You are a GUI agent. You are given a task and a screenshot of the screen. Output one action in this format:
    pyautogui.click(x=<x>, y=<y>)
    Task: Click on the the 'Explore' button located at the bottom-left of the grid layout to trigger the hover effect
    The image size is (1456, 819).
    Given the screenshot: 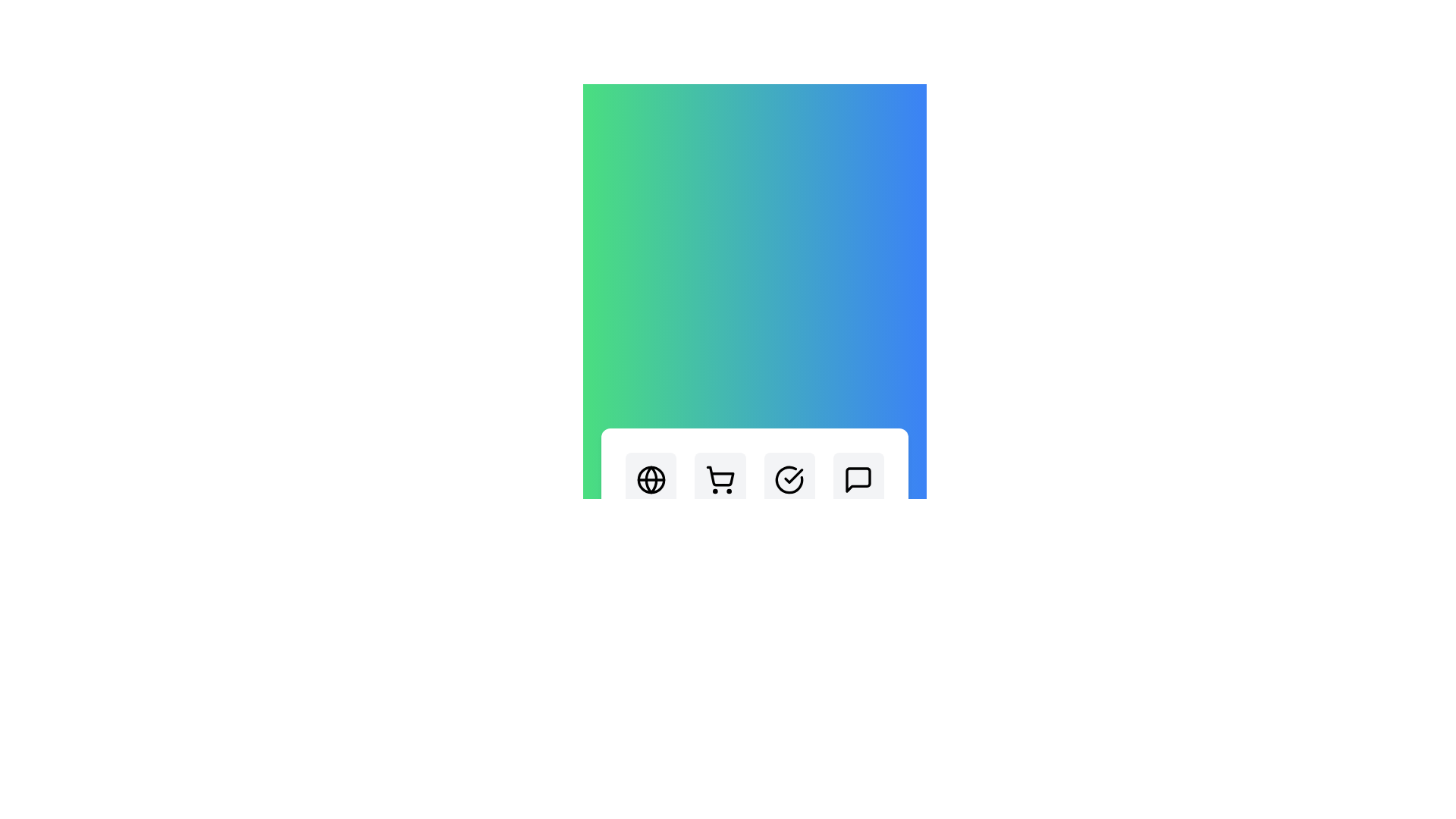 What is the action you would take?
    pyautogui.click(x=651, y=494)
    